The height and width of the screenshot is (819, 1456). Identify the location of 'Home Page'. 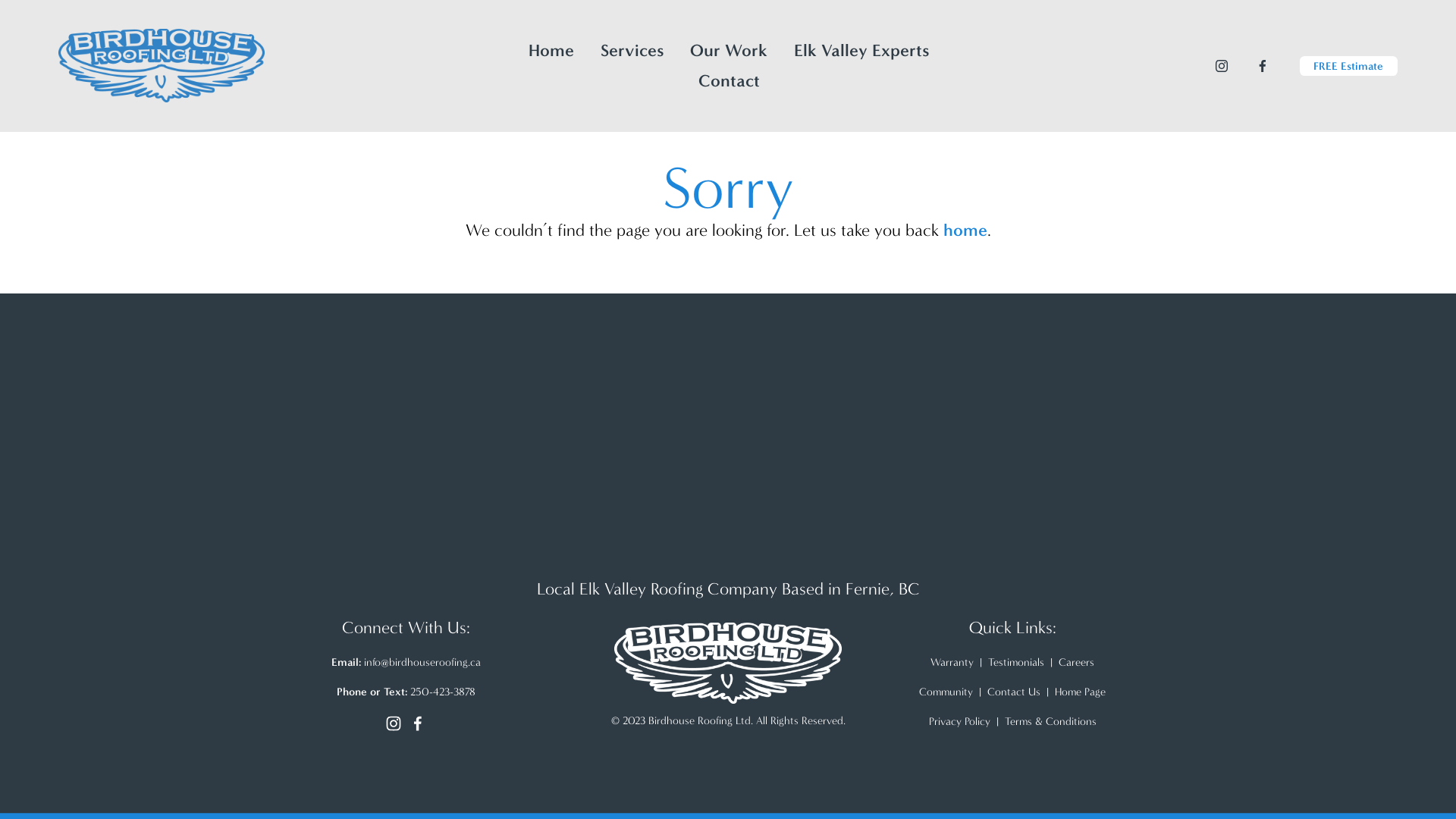
(1079, 692).